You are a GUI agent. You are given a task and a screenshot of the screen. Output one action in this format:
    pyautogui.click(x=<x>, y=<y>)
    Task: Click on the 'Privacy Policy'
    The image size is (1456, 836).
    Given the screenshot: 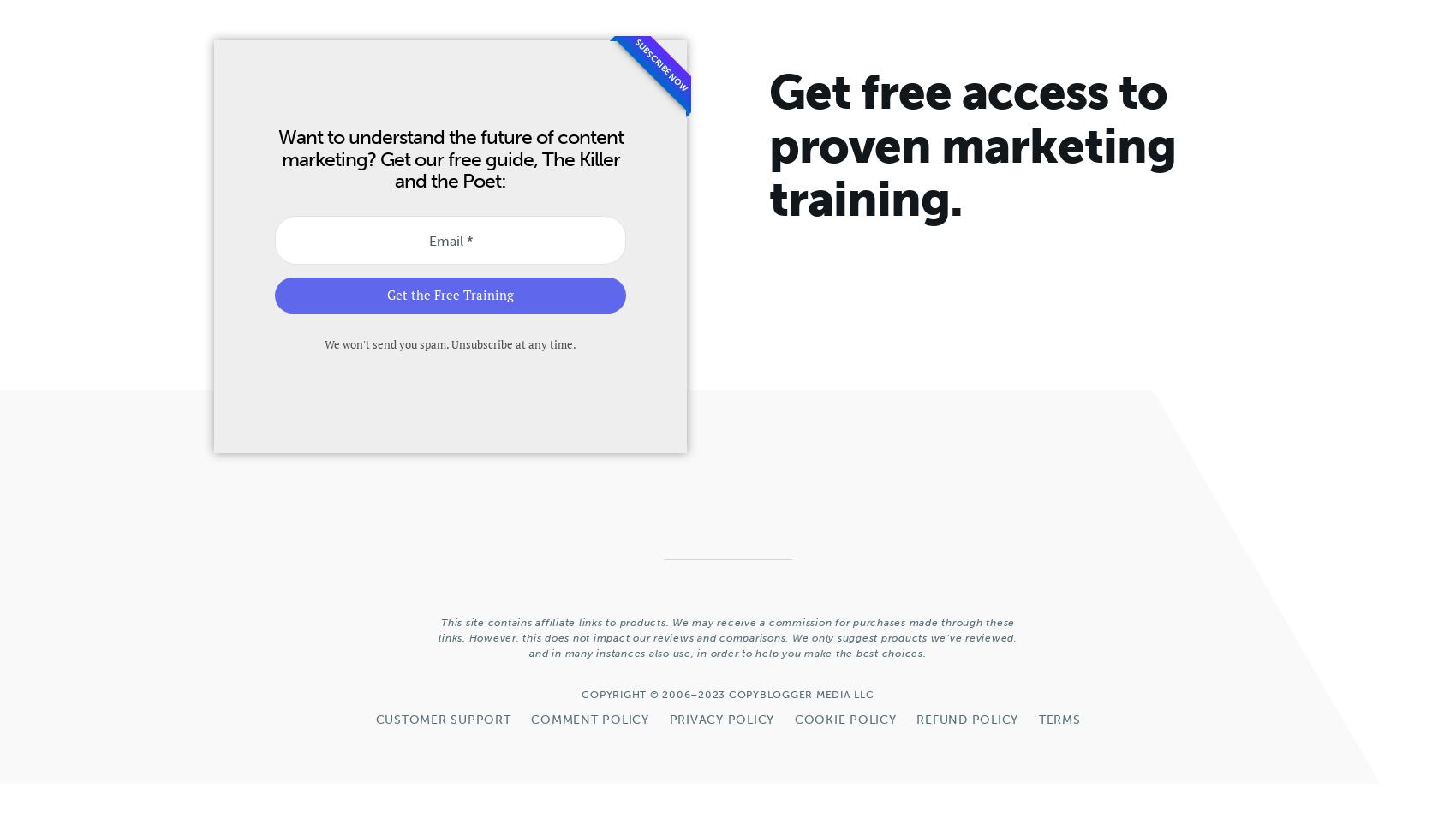 What is the action you would take?
    pyautogui.click(x=667, y=719)
    